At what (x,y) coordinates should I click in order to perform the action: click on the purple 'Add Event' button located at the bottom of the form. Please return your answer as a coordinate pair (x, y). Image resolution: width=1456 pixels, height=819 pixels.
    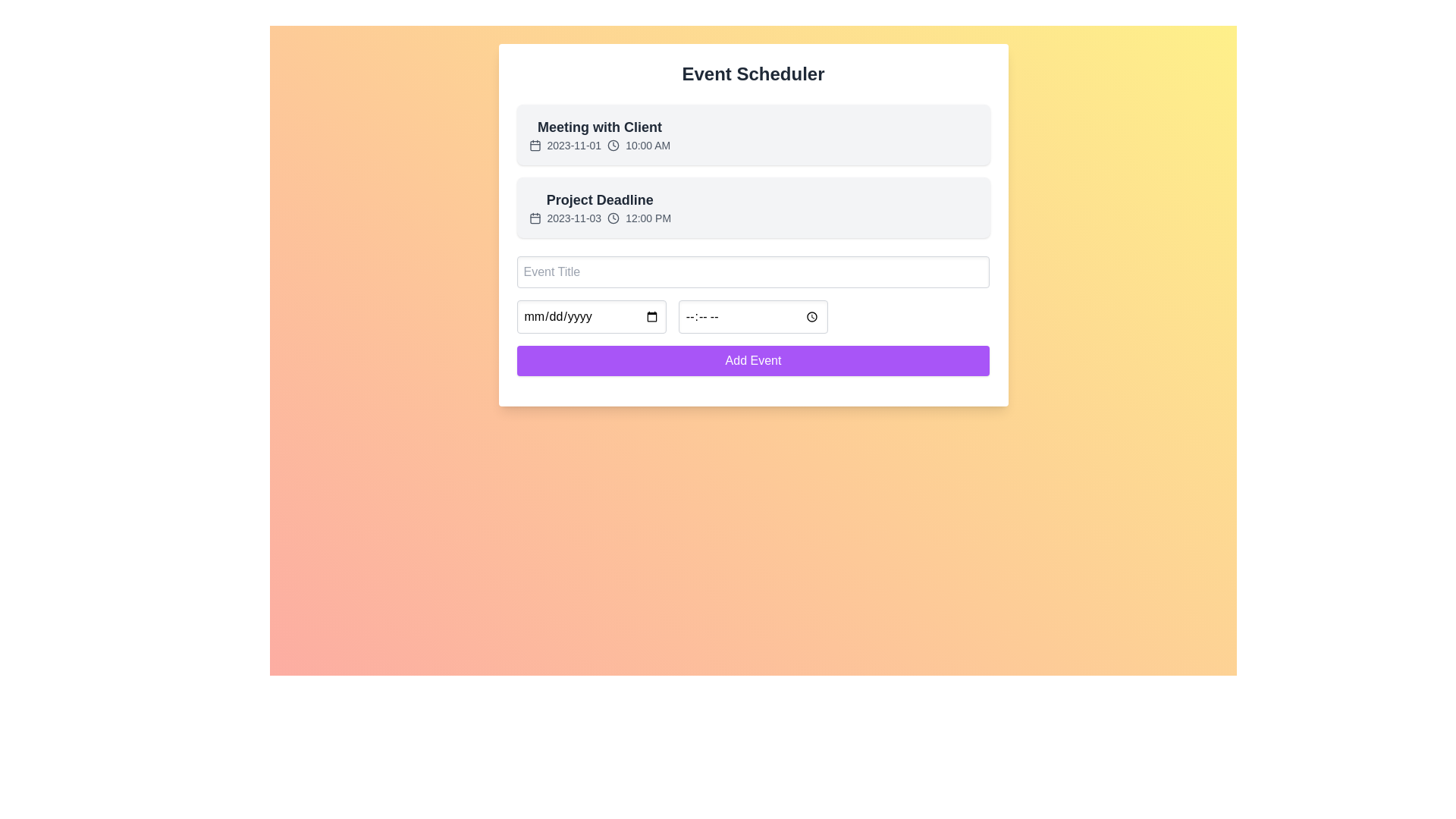
    Looking at the image, I should click on (753, 360).